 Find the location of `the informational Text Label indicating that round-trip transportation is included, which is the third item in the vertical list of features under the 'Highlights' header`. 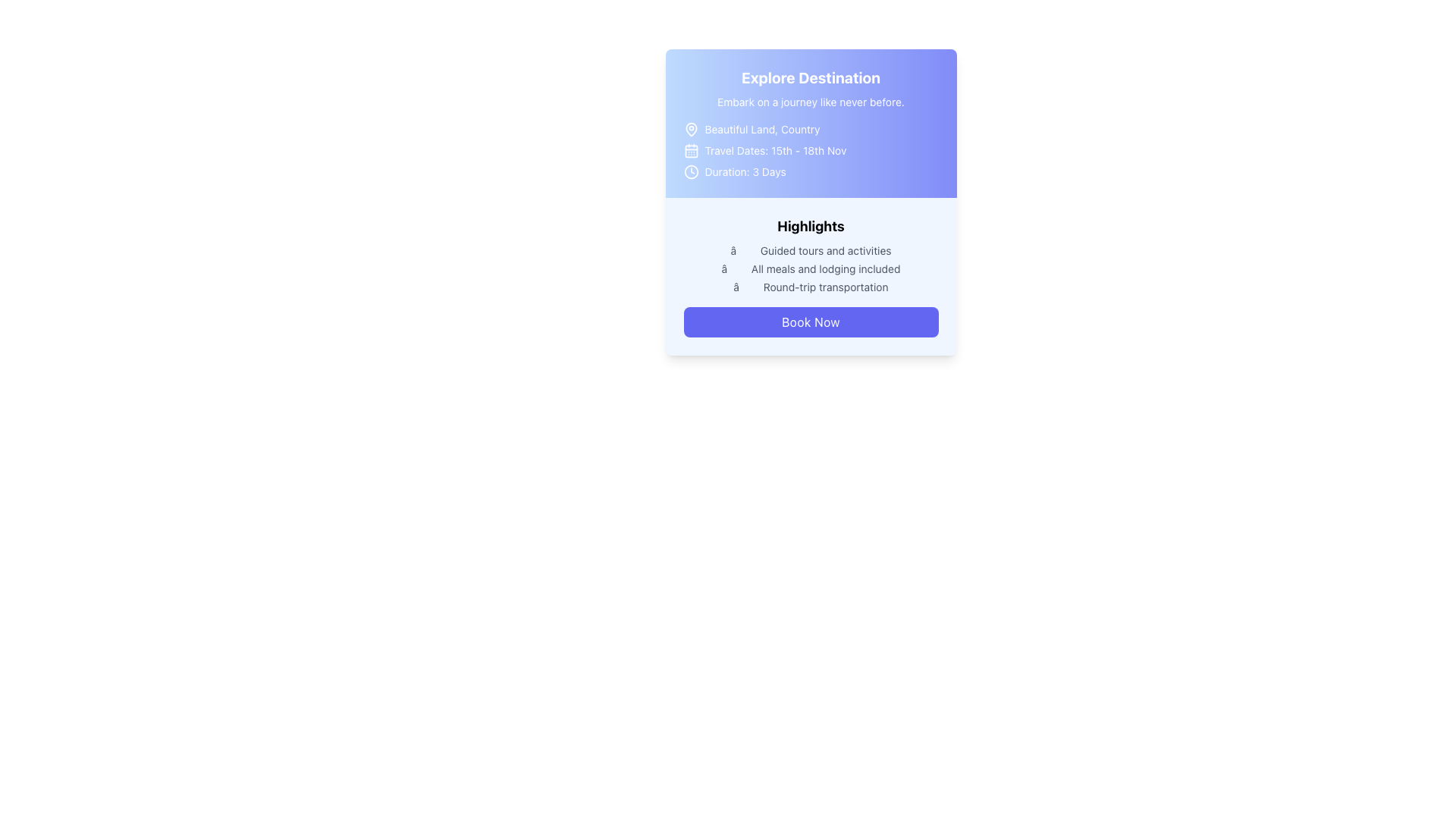

the informational Text Label indicating that round-trip transportation is included, which is the third item in the vertical list of features under the 'Highlights' header is located at coordinates (810, 287).